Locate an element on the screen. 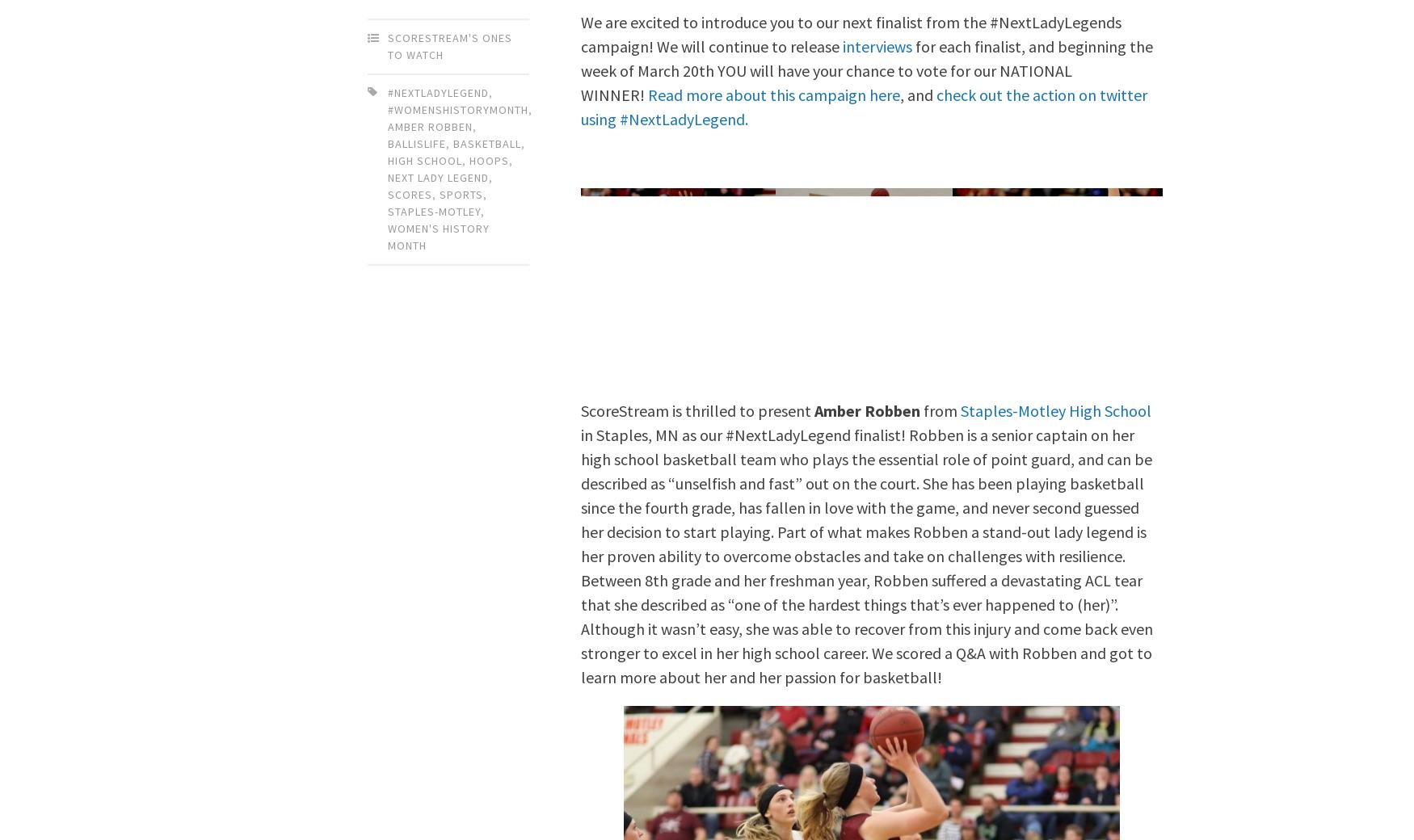  ', and' is located at coordinates (917, 93).